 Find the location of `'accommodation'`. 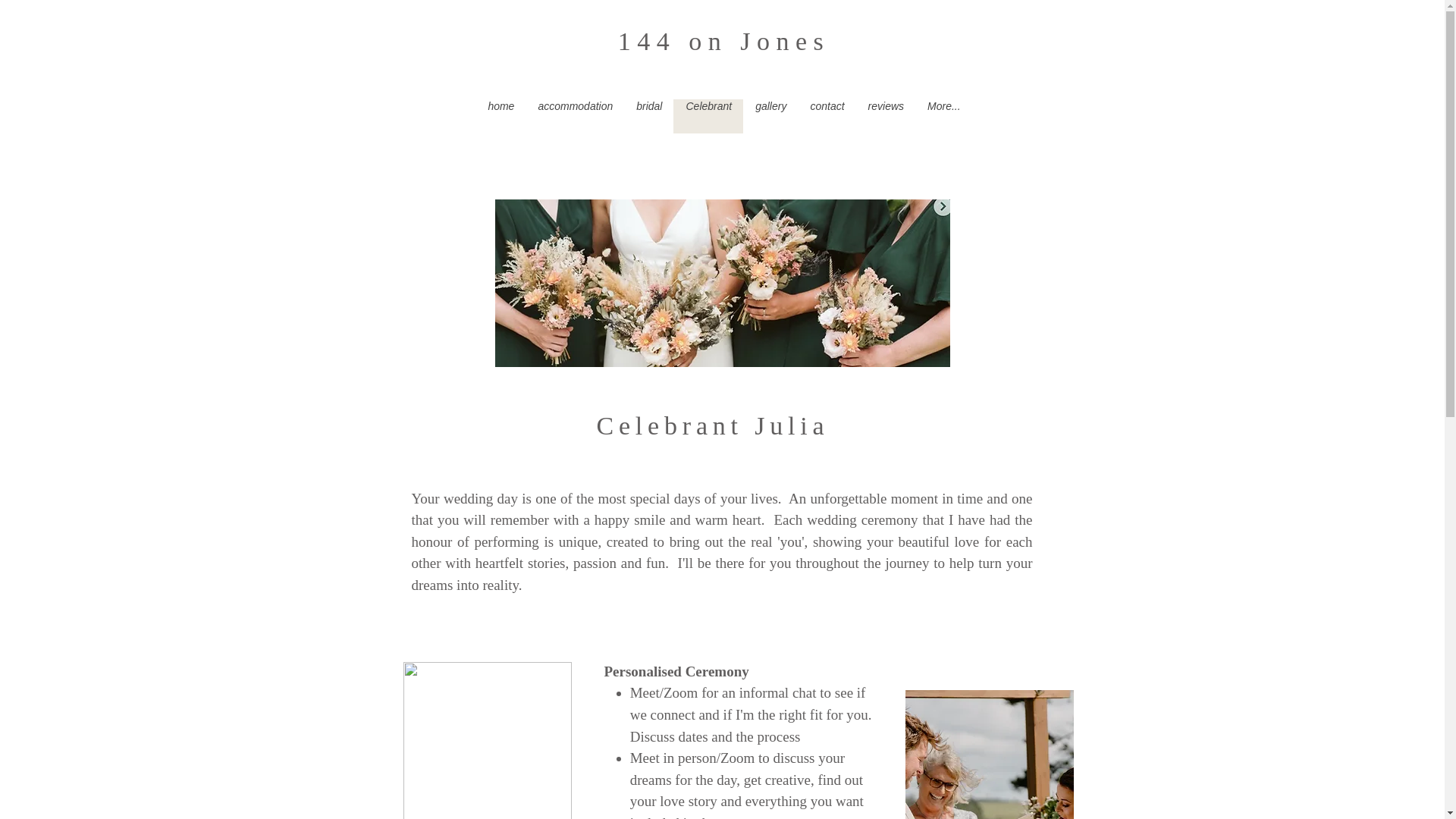

'accommodation' is located at coordinates (574, 115).